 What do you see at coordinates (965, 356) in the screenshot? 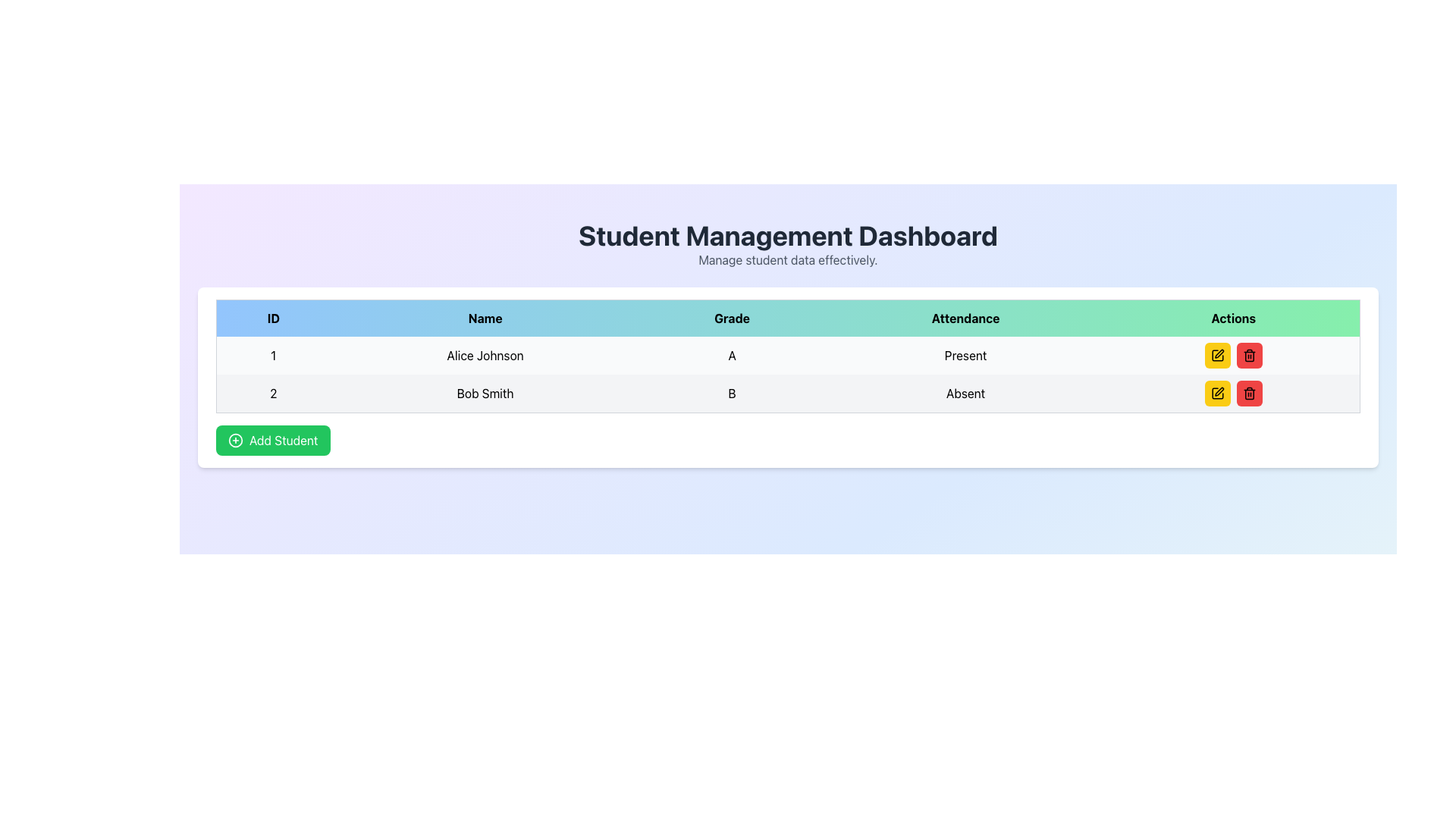
I see `the text label containing the word 'Present' in black, located in the fourth cell of the first row in the Attendance column of the table` at bounding box center [965, 356].